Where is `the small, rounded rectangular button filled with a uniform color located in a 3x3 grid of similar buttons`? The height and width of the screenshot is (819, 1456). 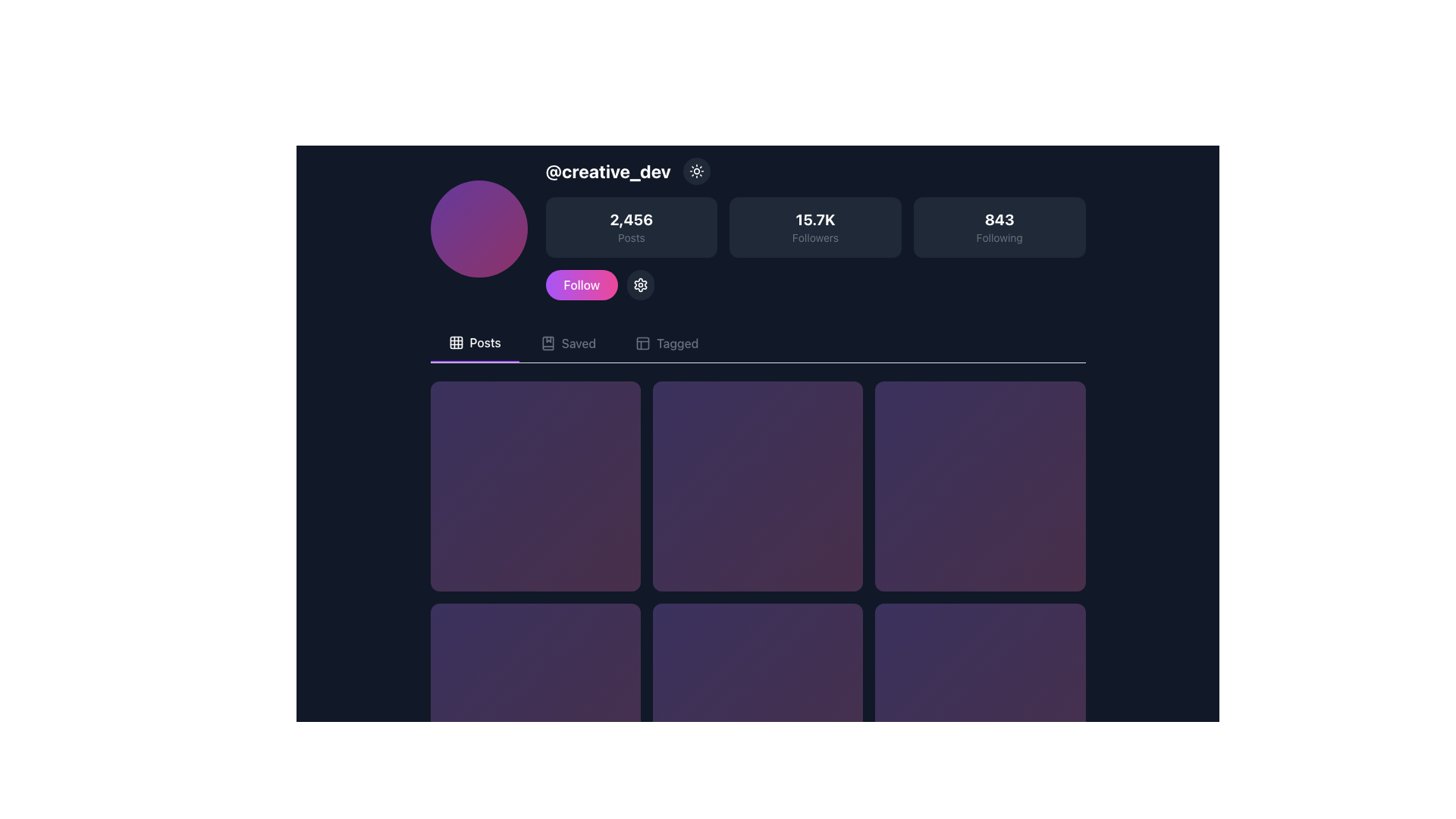
the small, rounded rectangular button filled with a uniform color located in a 3x3 grid of similar buttons is located at coordinates (455, 342).